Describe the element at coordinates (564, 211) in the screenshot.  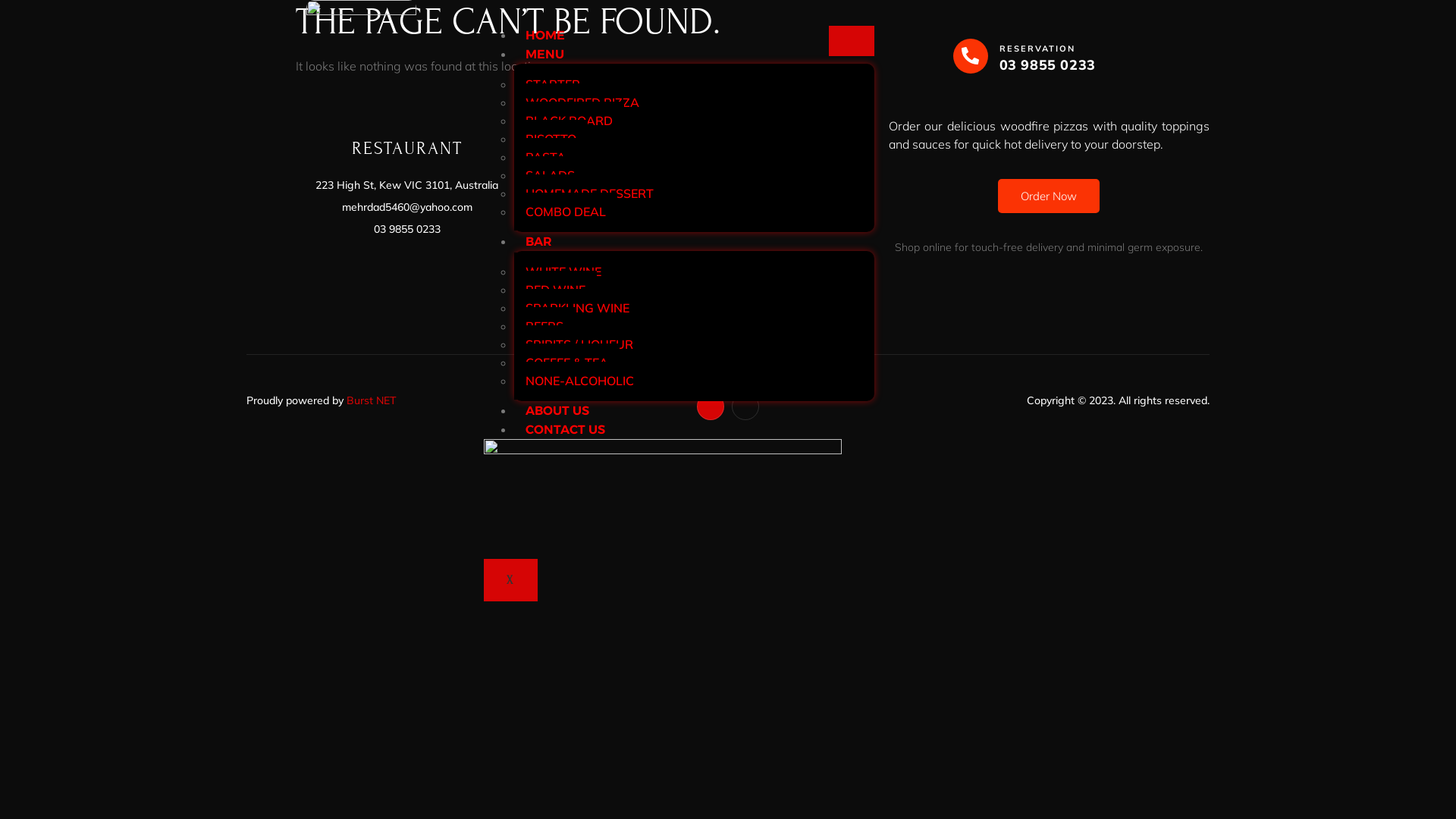
I see `'COMBO DEAL'` at that location.